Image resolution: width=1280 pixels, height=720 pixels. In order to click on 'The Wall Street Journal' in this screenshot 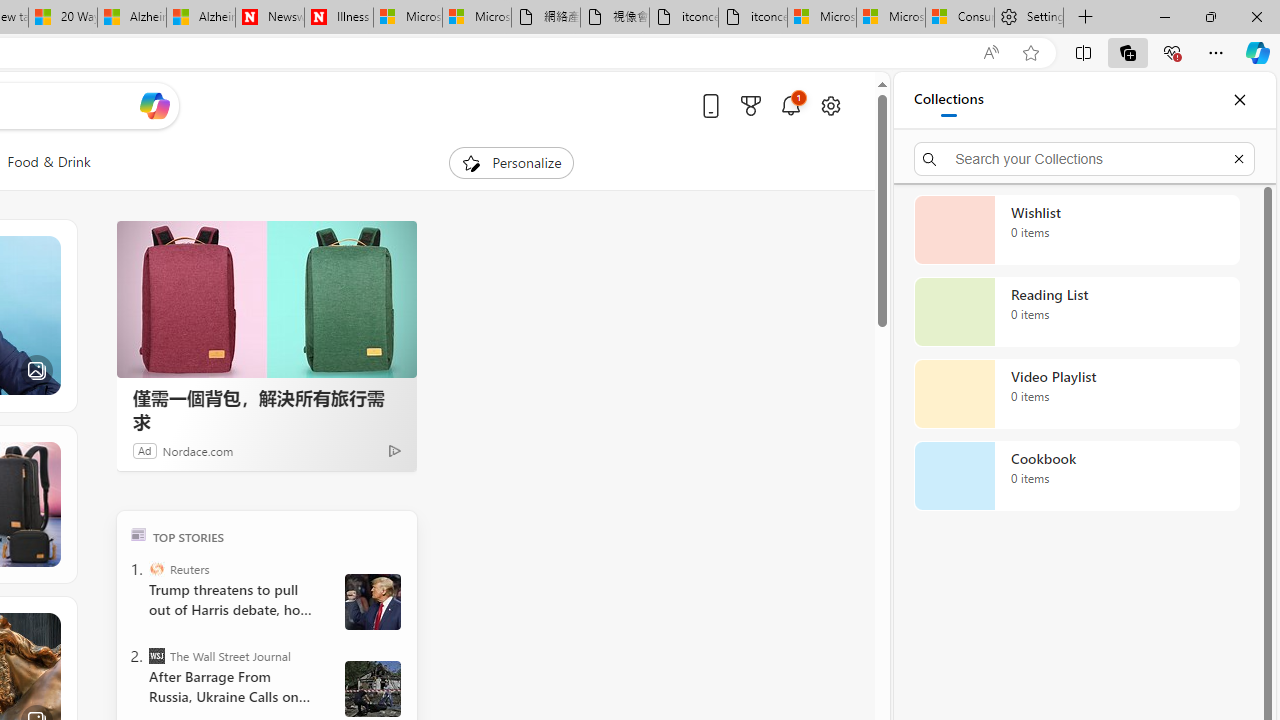, I will do `click(155, 655)`.